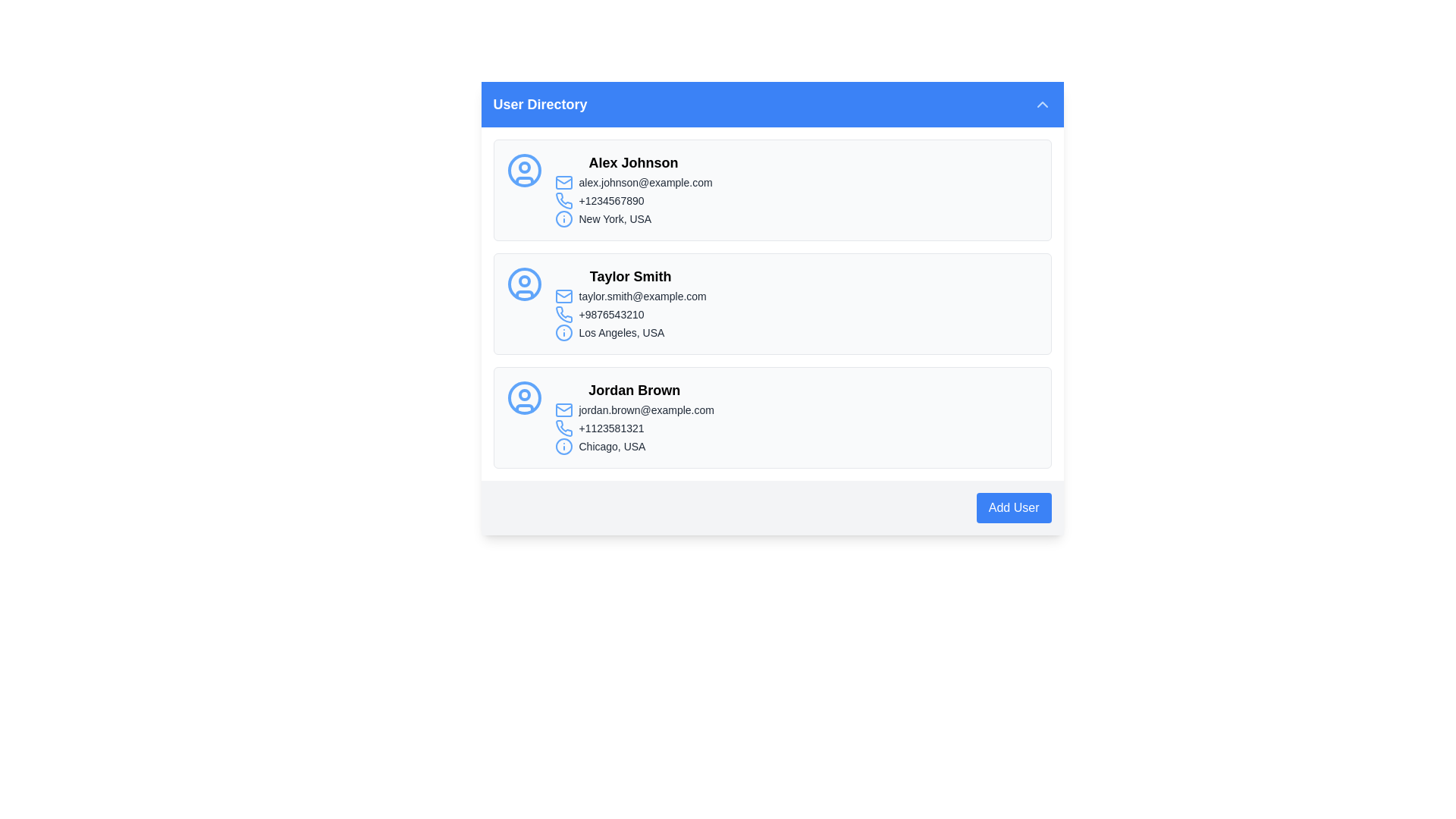 The width and height of the screenshot is (1456, 819). Describe the element at coordinates (634, 418) in the screenshot. I see `the user information element displaying 'Jordan Brown' with icons for email, phone, and location in the user directory list` at that location.